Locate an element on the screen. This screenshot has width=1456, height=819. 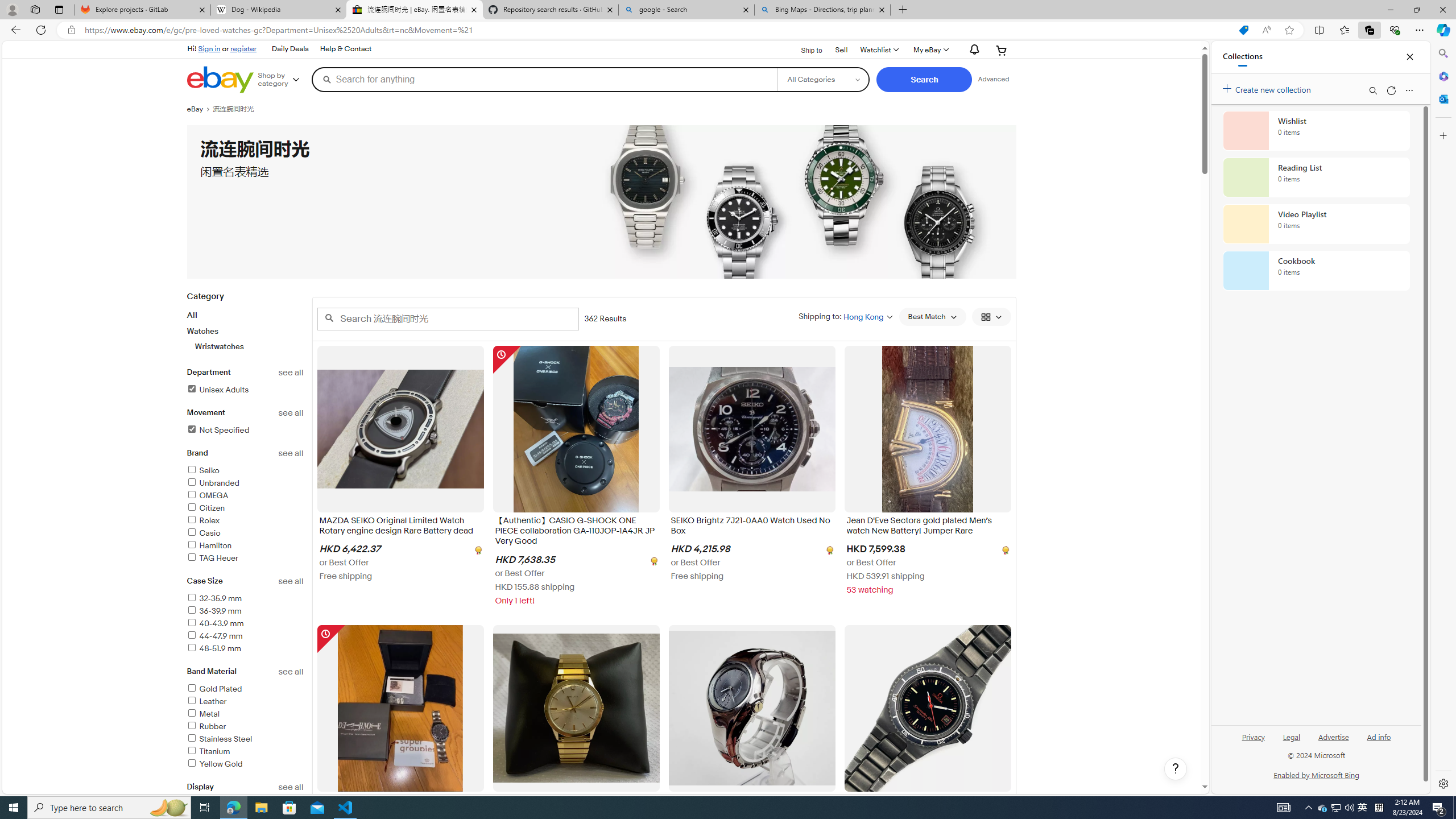
'See all brand refinements' is located at coordinates (291, 453).